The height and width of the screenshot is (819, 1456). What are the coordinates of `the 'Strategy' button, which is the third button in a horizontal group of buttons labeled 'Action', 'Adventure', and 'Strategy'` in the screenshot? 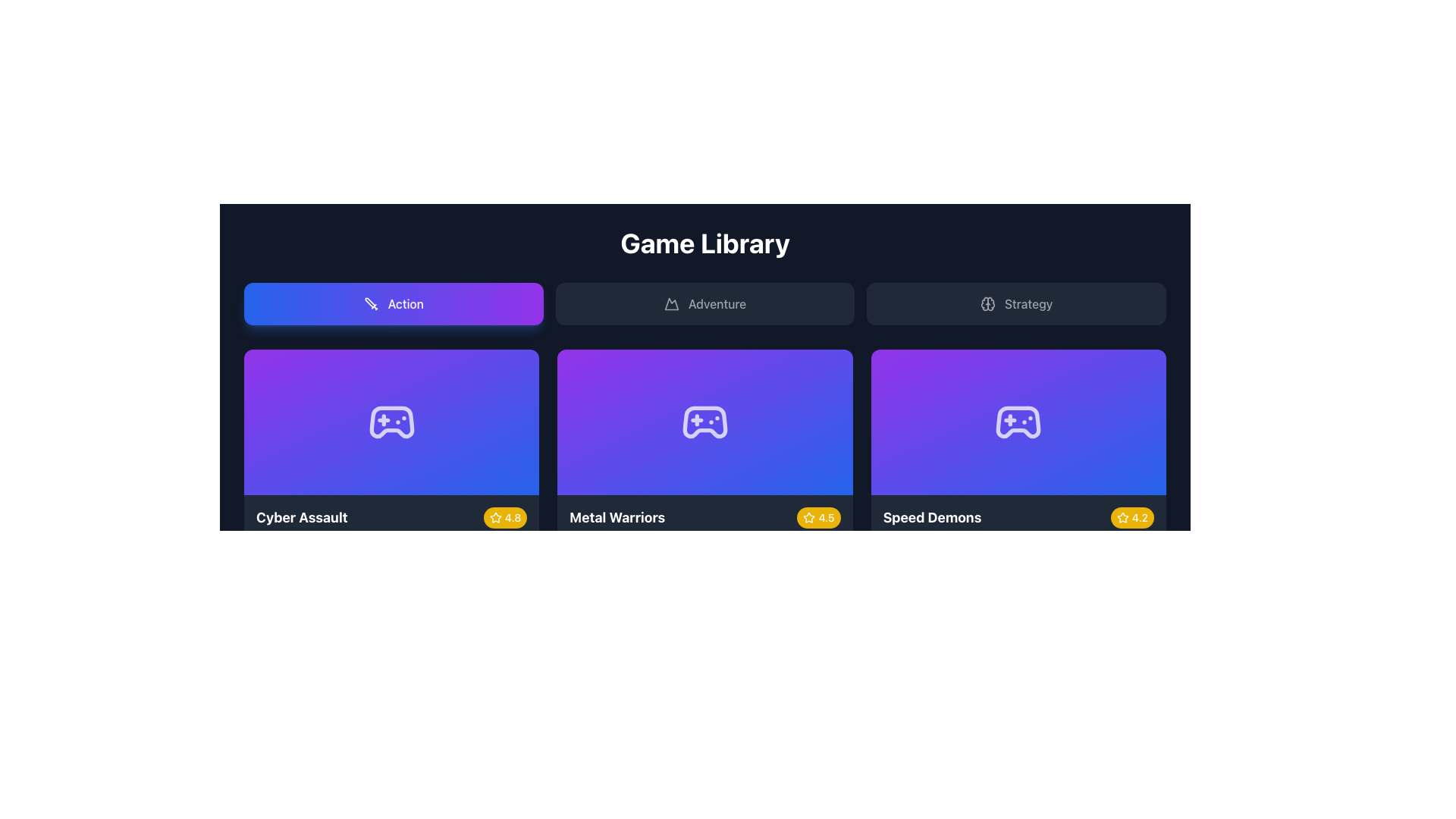 It's located at (1016, 304).